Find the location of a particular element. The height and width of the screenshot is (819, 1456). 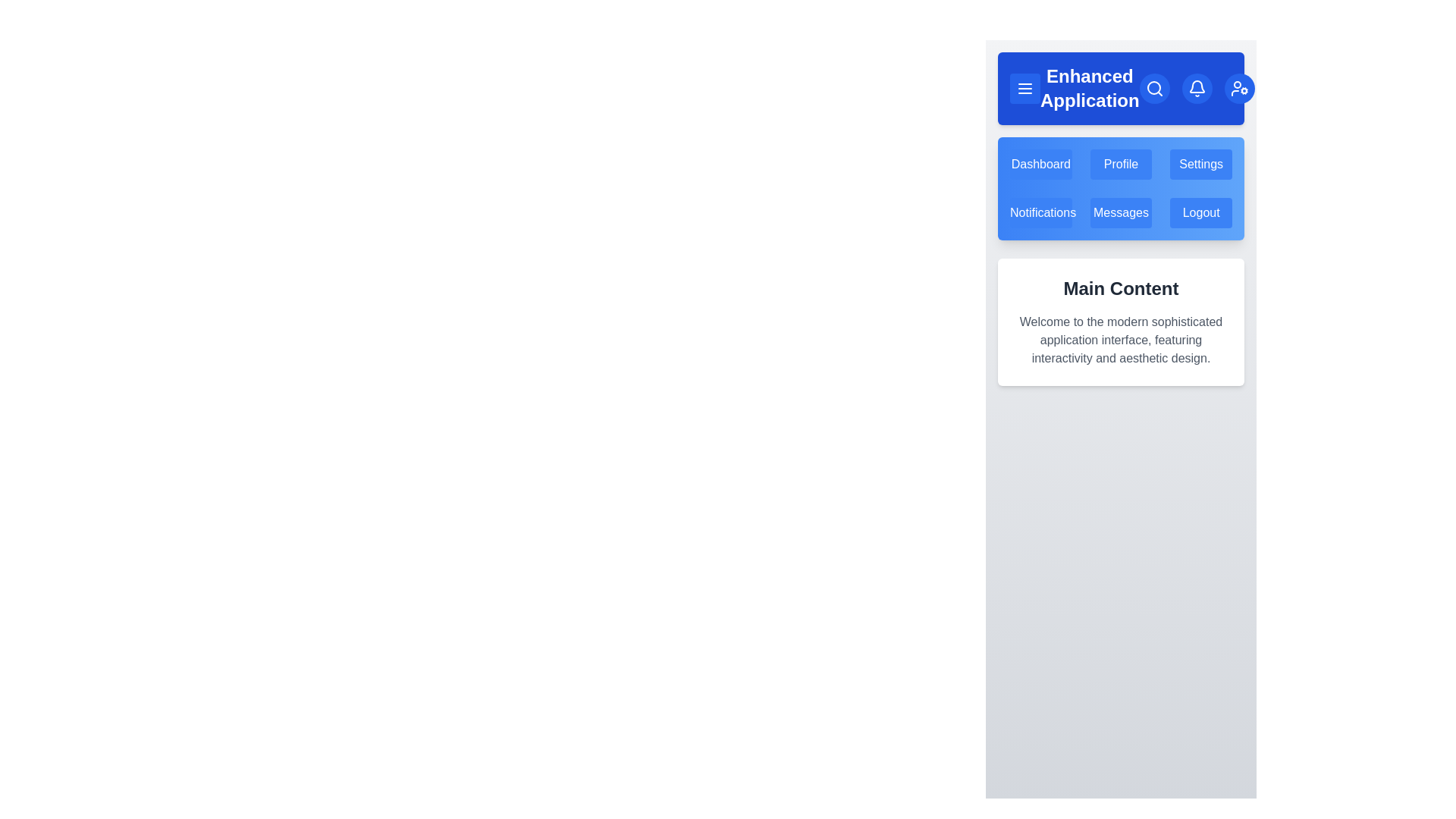

the menu item Profile is located at coordinates (1121, 164).